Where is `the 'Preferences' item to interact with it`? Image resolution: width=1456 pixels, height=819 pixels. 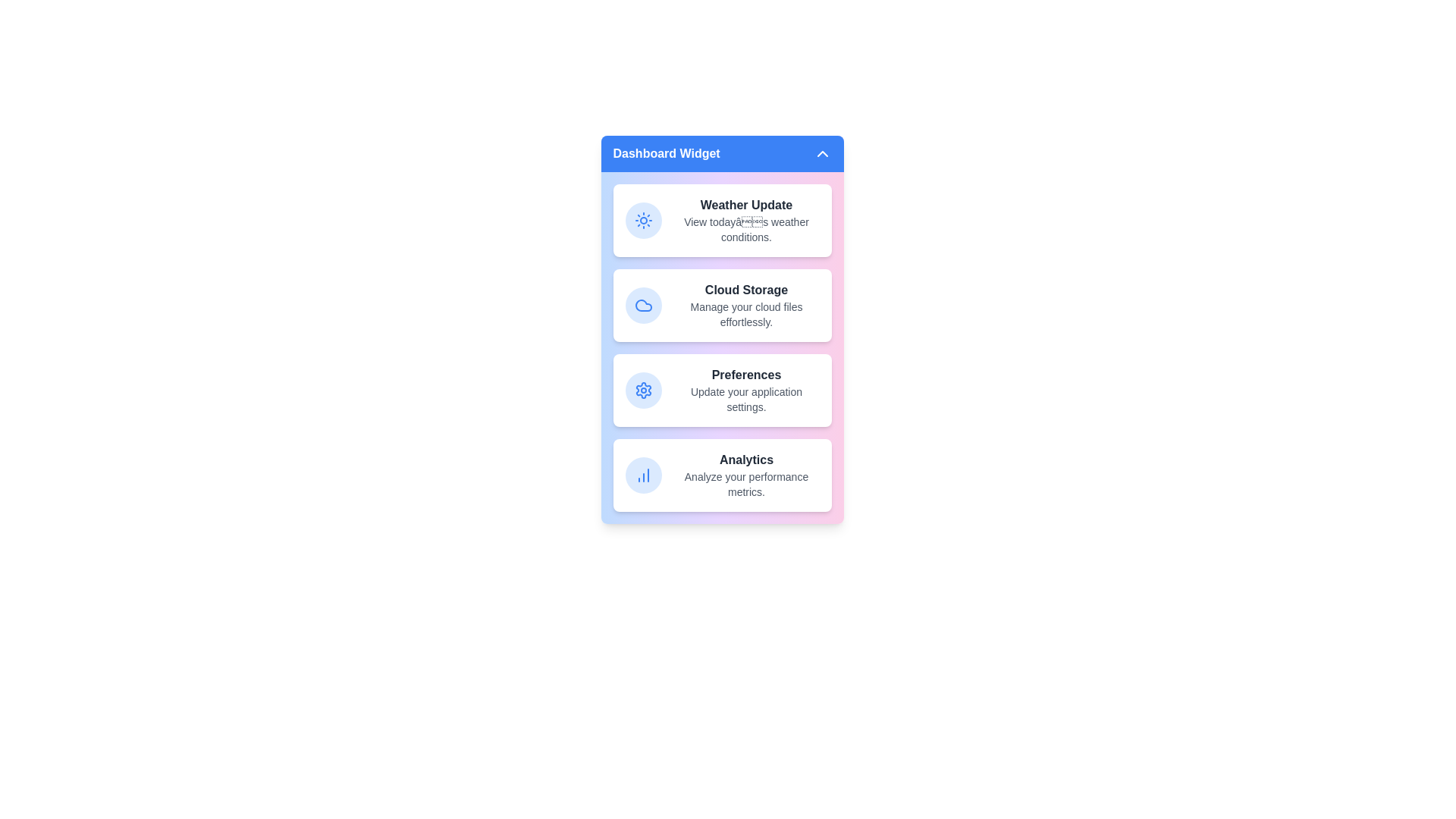 the 'Preferences' item to interact with it is located at coordinates (721, 390).